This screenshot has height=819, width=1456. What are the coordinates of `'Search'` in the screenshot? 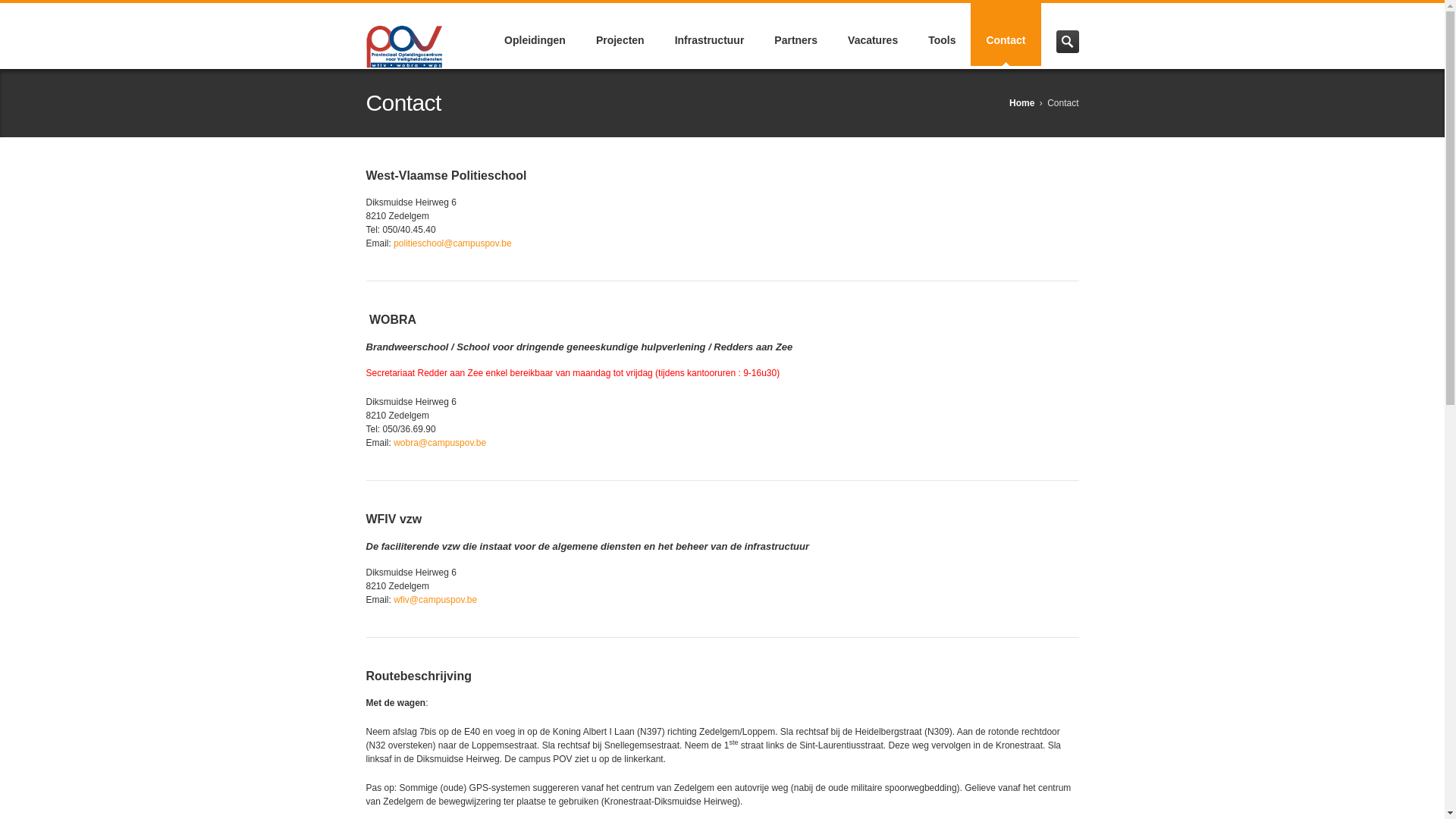 It's located at (1065, 40).